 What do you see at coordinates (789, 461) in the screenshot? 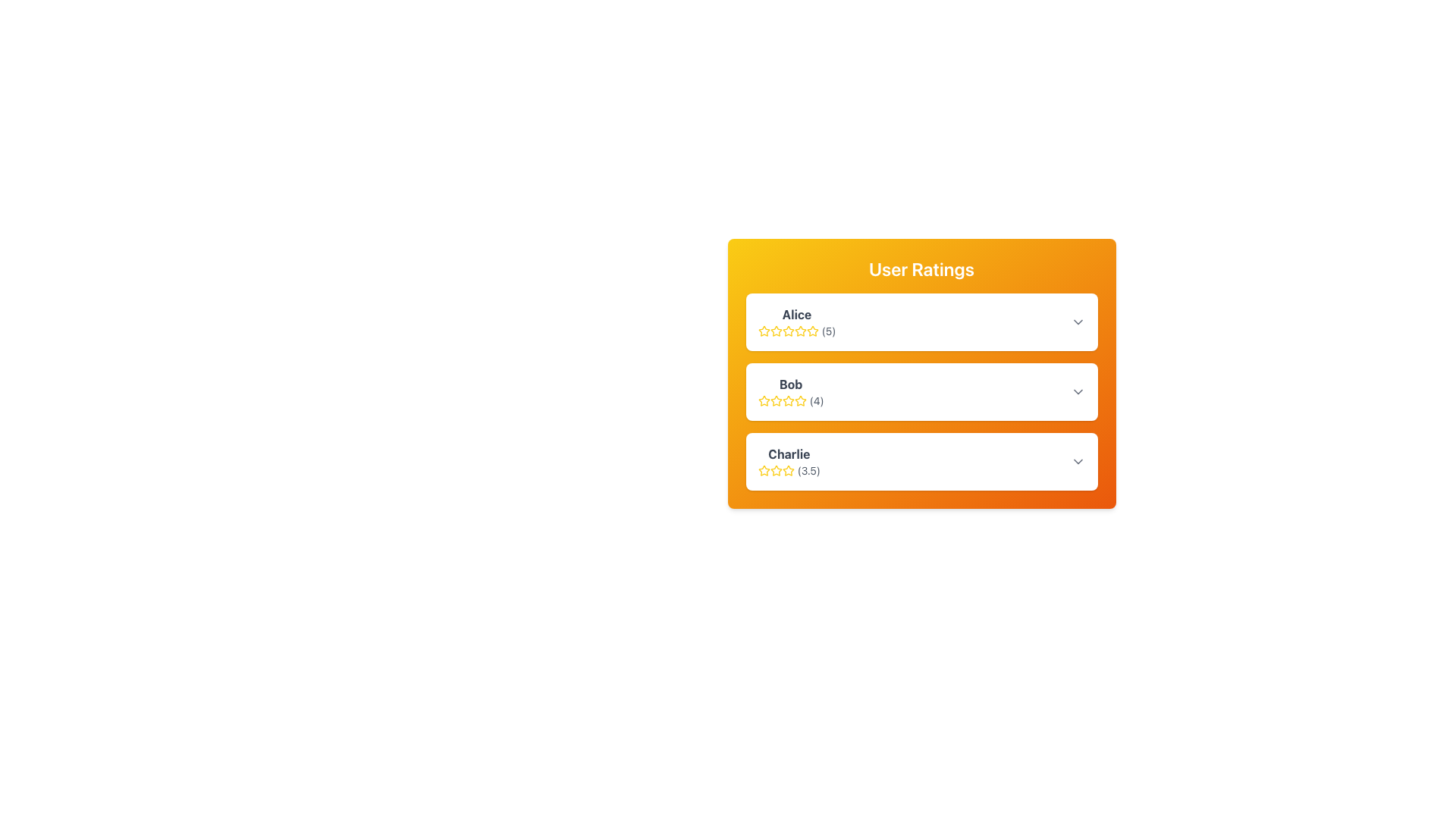
I see `name 'Charlie' and the rating '3.5' from the text and icon composite block displaying user ratings, which features a bold name and a yellow star rating` at bounding box center [789, 461].